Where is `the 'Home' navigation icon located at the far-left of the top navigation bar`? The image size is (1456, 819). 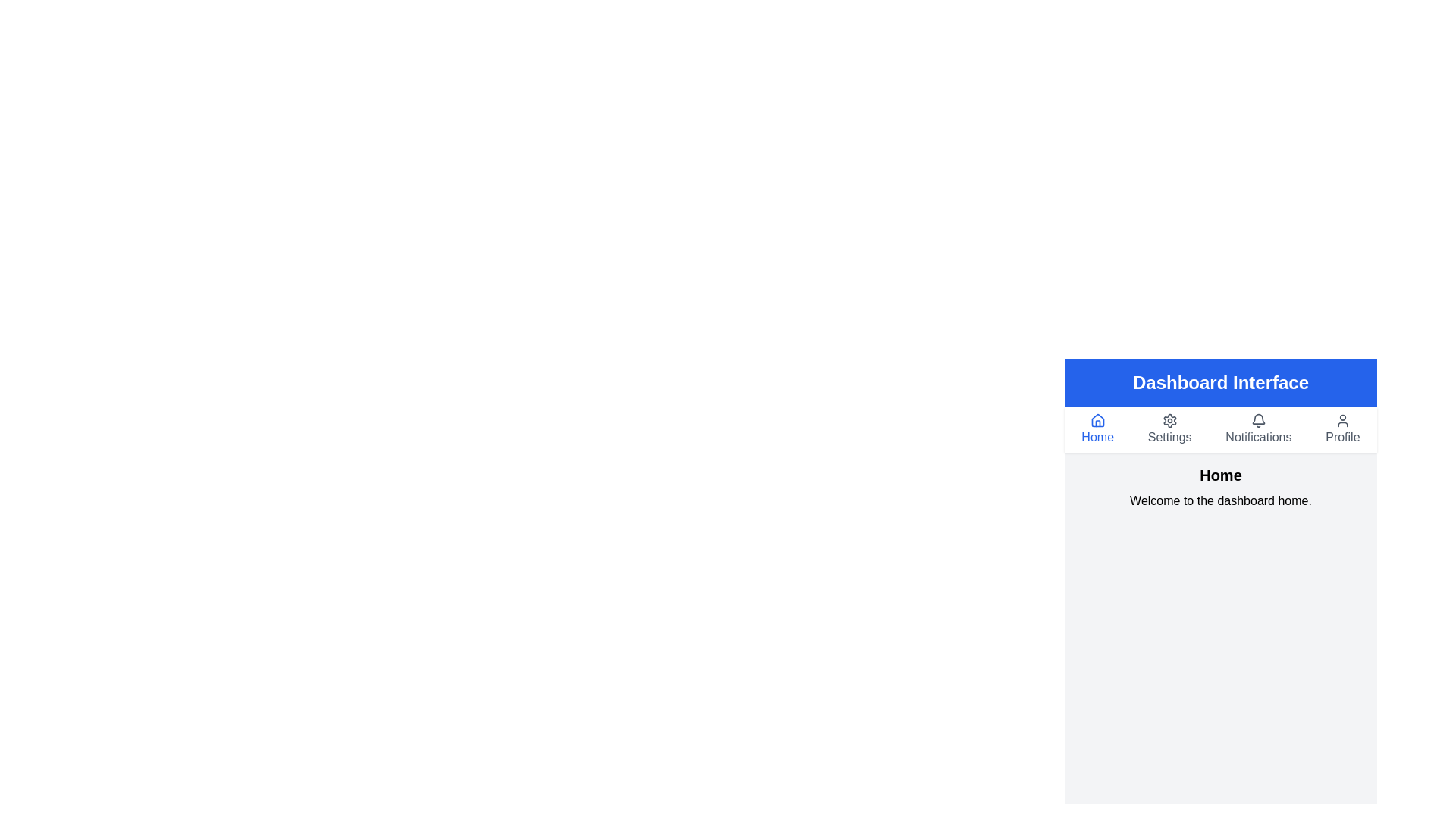
the 'Home' navigation icon located at the far-left of the top navigation bar is located at coordinates (1097, 421).